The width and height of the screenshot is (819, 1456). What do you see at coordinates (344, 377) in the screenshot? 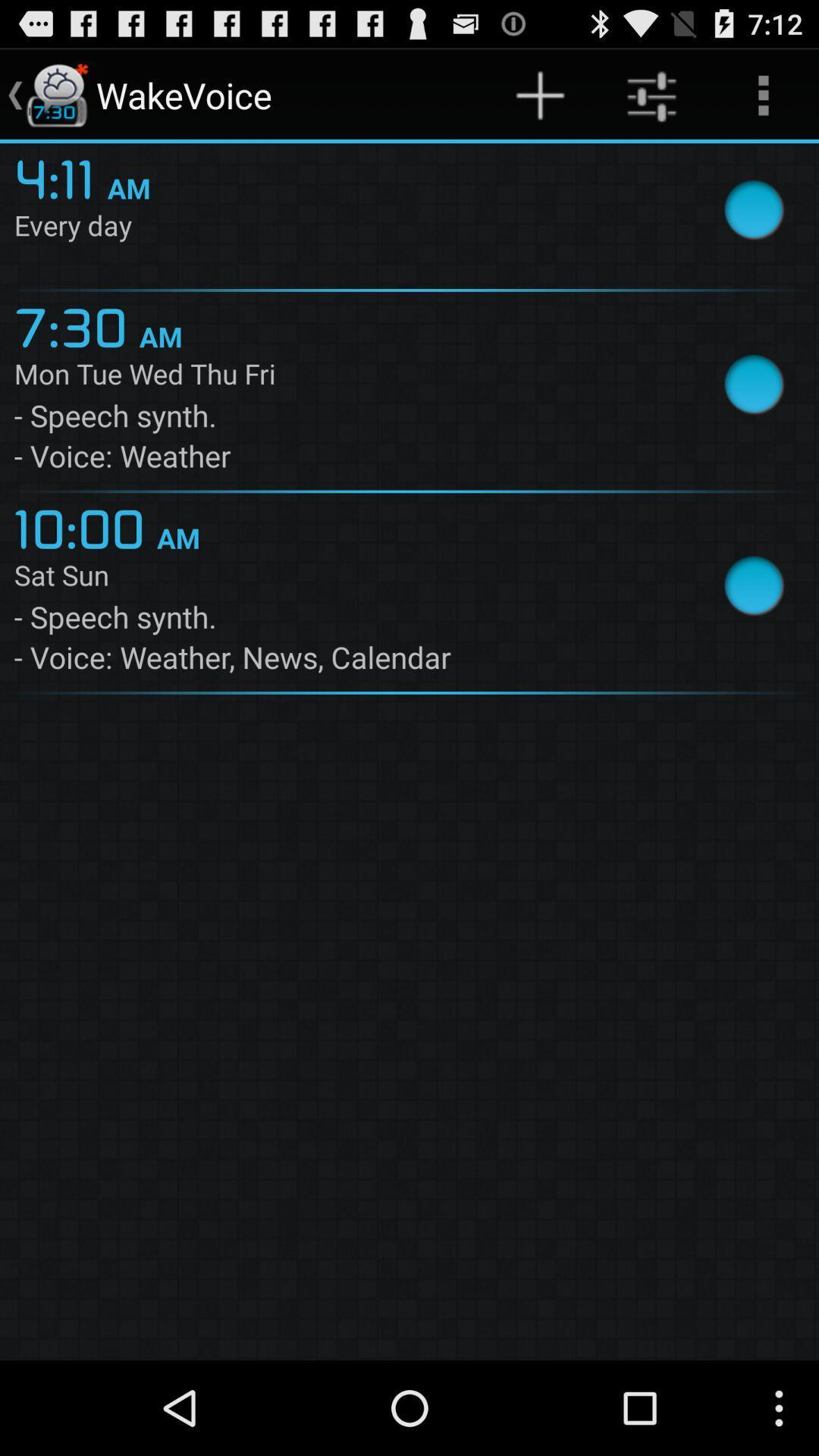
I see `item below 7:30 icon` at bounding box center [344, 377].